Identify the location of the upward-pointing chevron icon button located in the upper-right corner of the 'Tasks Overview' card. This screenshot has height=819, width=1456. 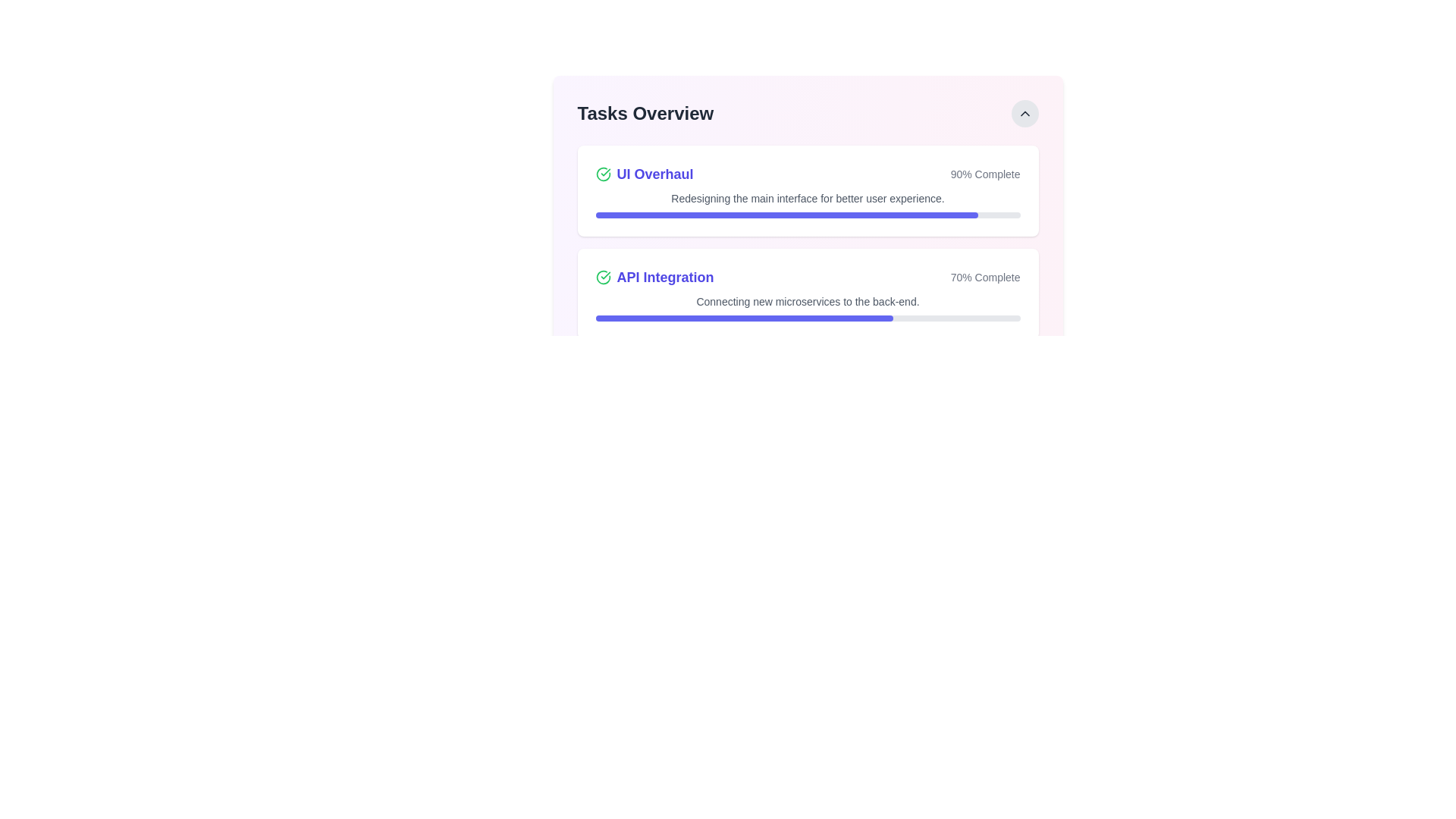
(1025, 113).